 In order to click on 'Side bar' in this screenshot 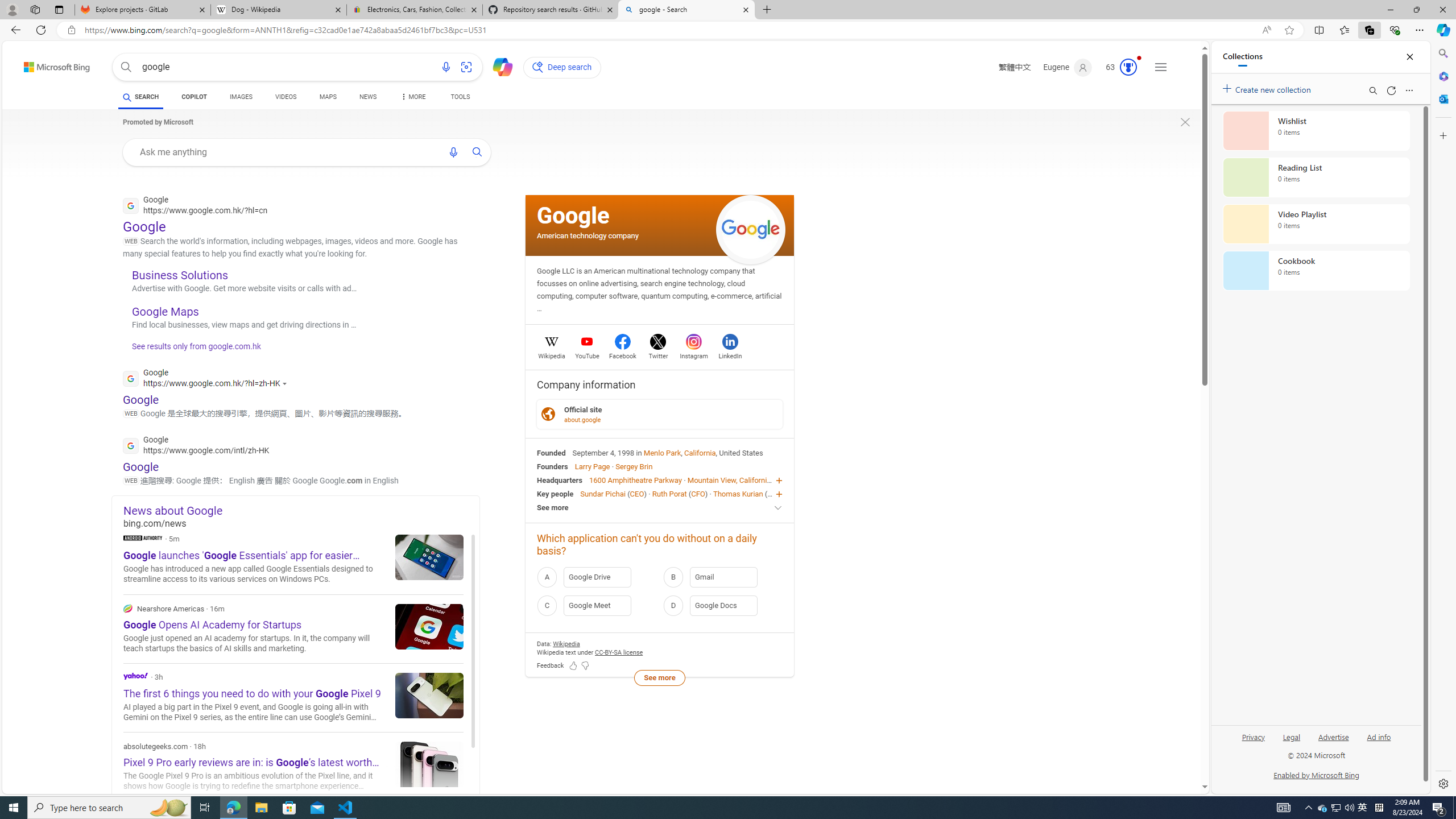, I will do `click(1443, 418)`.